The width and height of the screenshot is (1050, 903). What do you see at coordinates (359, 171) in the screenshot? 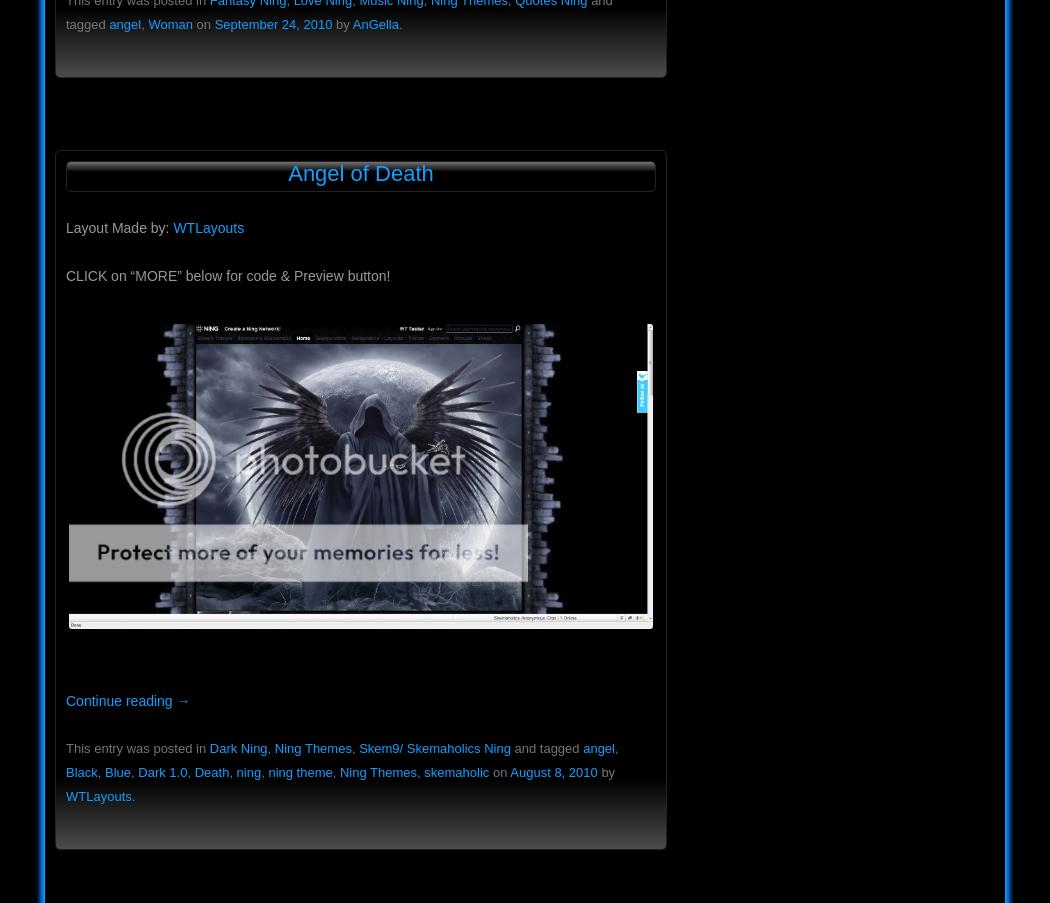
I see `'Angel of Death'` at bounding box center [359, 171].